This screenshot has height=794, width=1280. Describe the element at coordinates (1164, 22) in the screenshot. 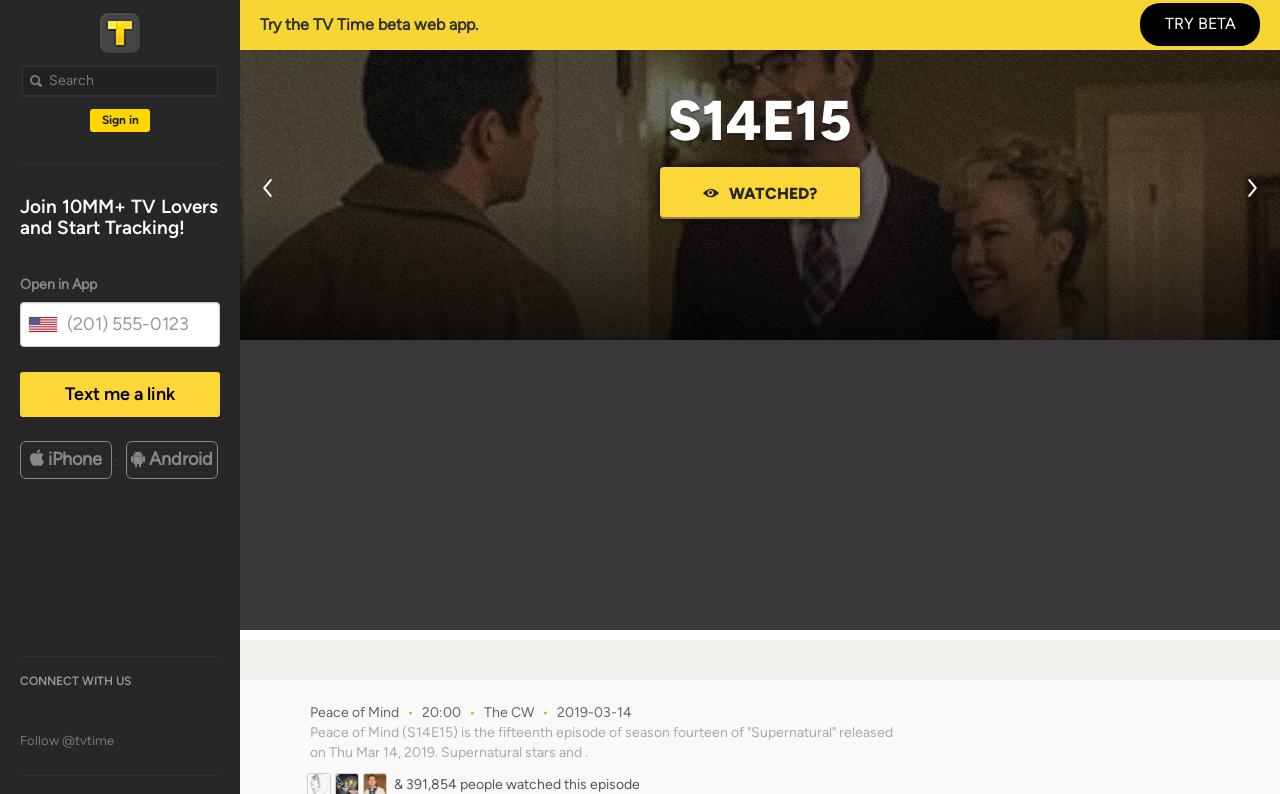

I see `'TRY BETA'` at that location.